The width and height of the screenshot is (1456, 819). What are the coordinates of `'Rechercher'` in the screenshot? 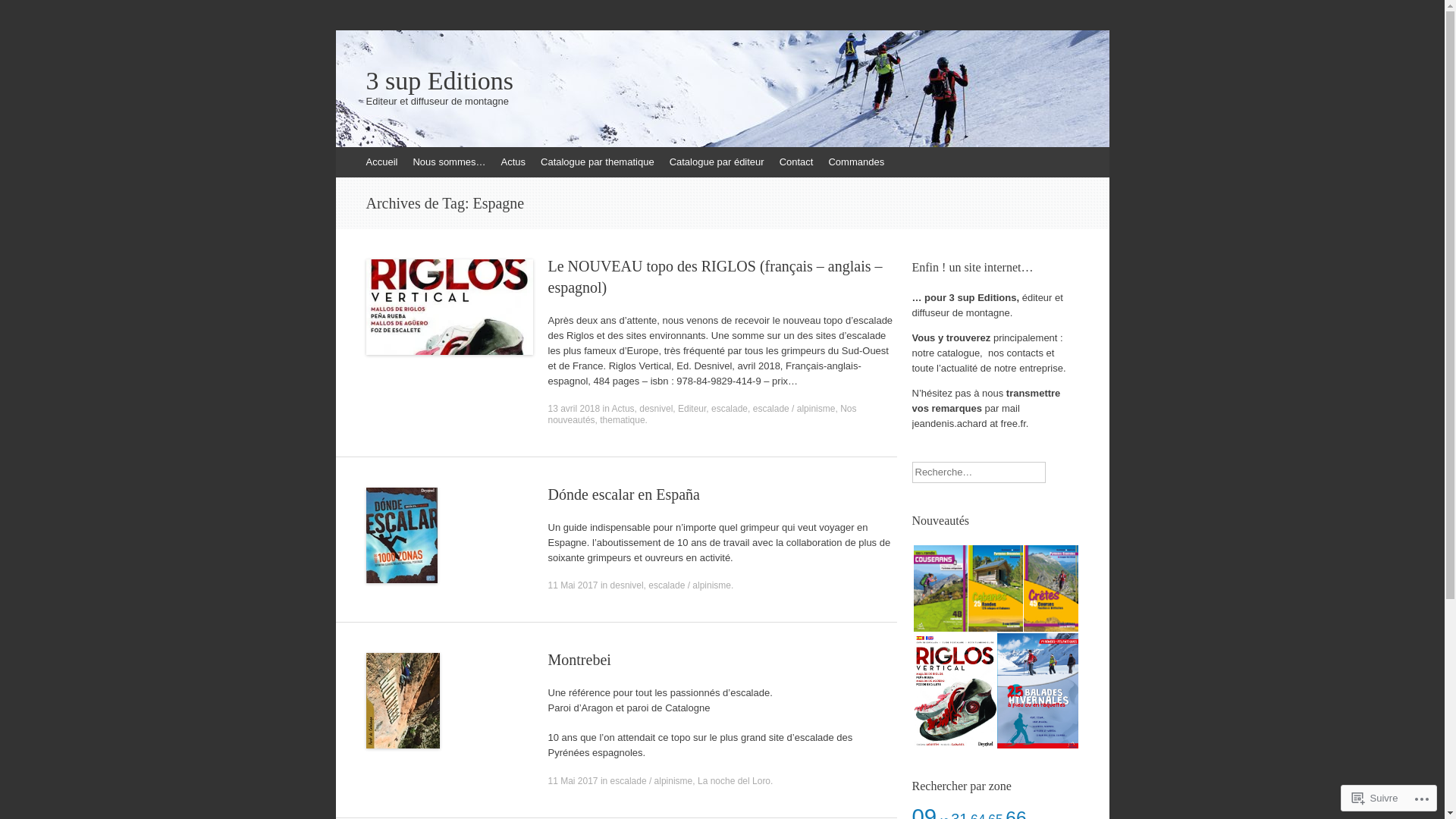 It's located at (33, 14).